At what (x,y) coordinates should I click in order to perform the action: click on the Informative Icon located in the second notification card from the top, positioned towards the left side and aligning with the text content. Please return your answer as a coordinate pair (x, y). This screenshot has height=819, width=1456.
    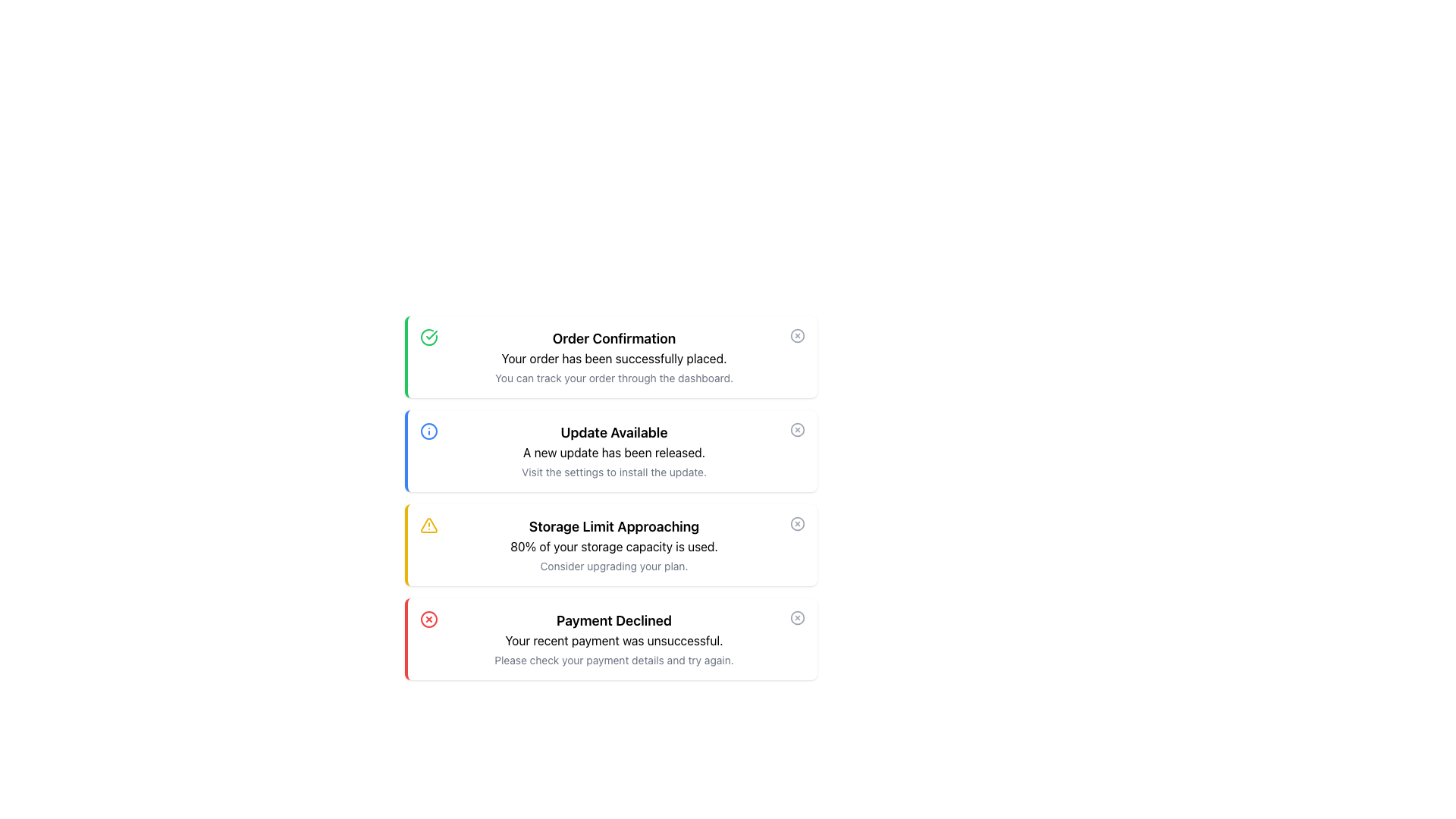
    Looking at the image, I should click on (428, 431).